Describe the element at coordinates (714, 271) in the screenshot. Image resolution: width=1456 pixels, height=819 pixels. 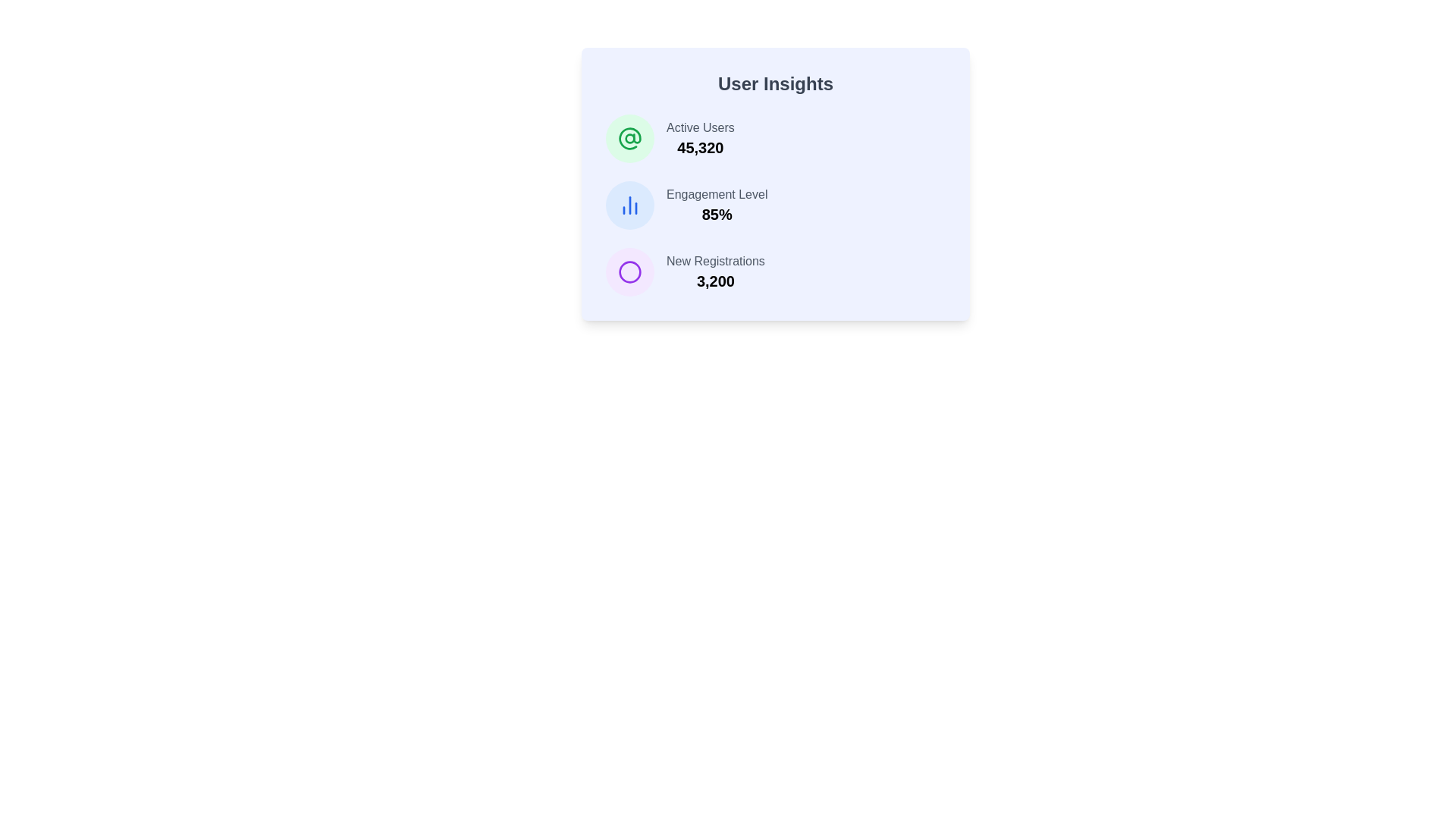
I see `the Static text block displaying 'New Registrations' and '3,200', located in the bottom right quadrant of the 'User Insights' card` at that location.